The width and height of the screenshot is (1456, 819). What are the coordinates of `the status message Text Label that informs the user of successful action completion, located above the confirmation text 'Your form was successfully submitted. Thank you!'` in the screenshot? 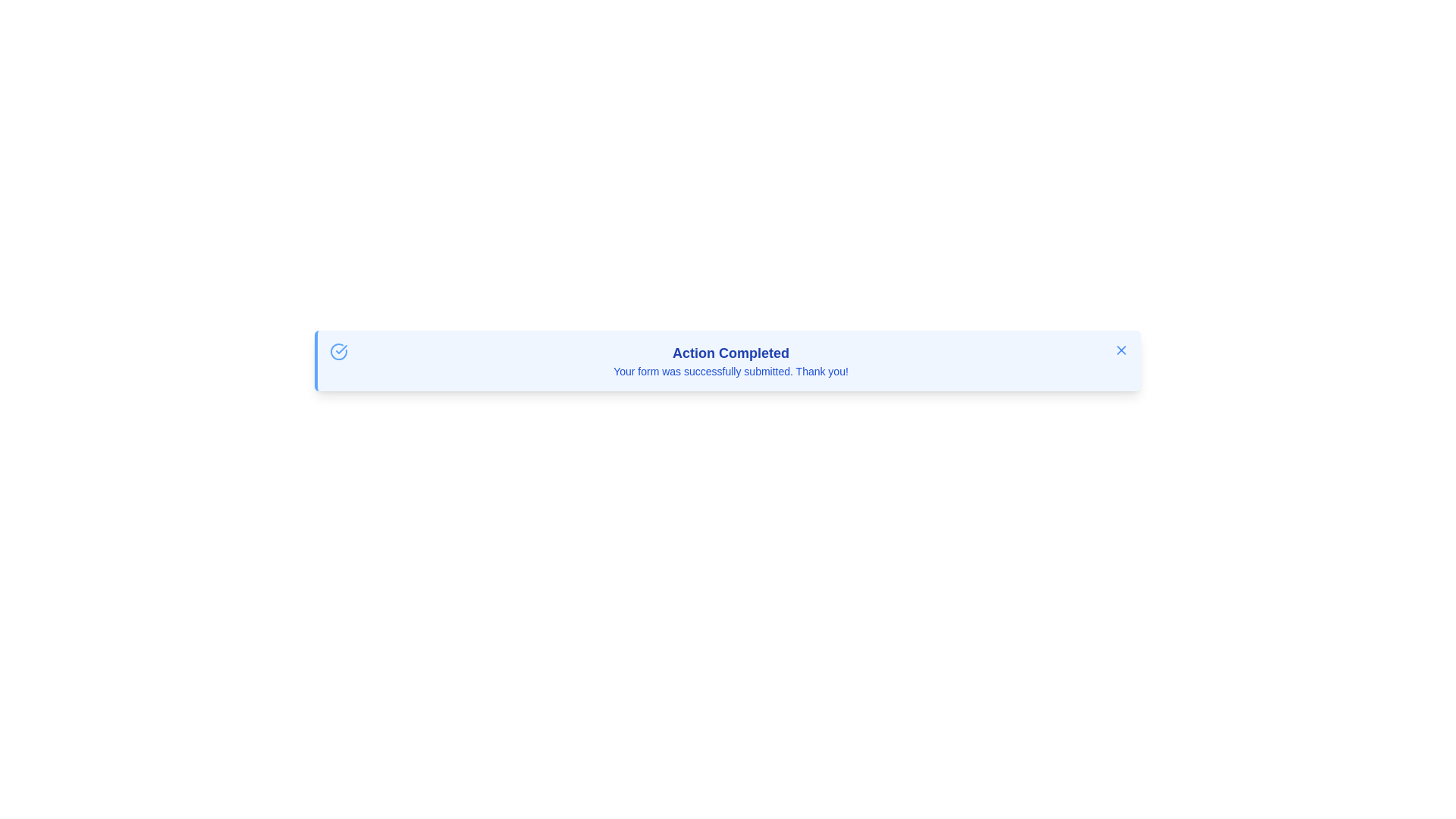 It's located at (731, 353).